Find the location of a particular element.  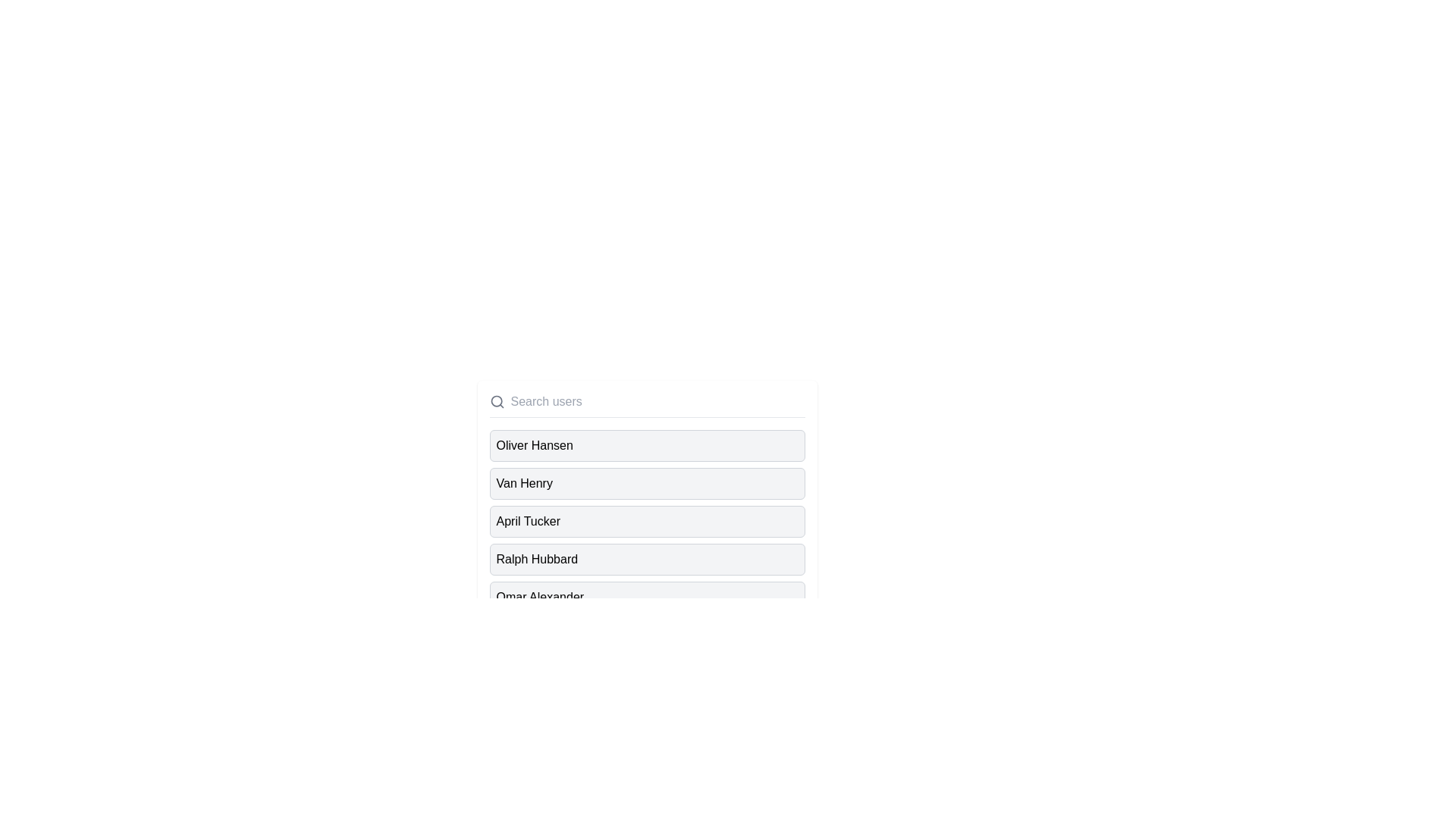

the first list item entry labeled 'Oliver Hansen' in the vertically stacked list is located at coordinates (647, 444).